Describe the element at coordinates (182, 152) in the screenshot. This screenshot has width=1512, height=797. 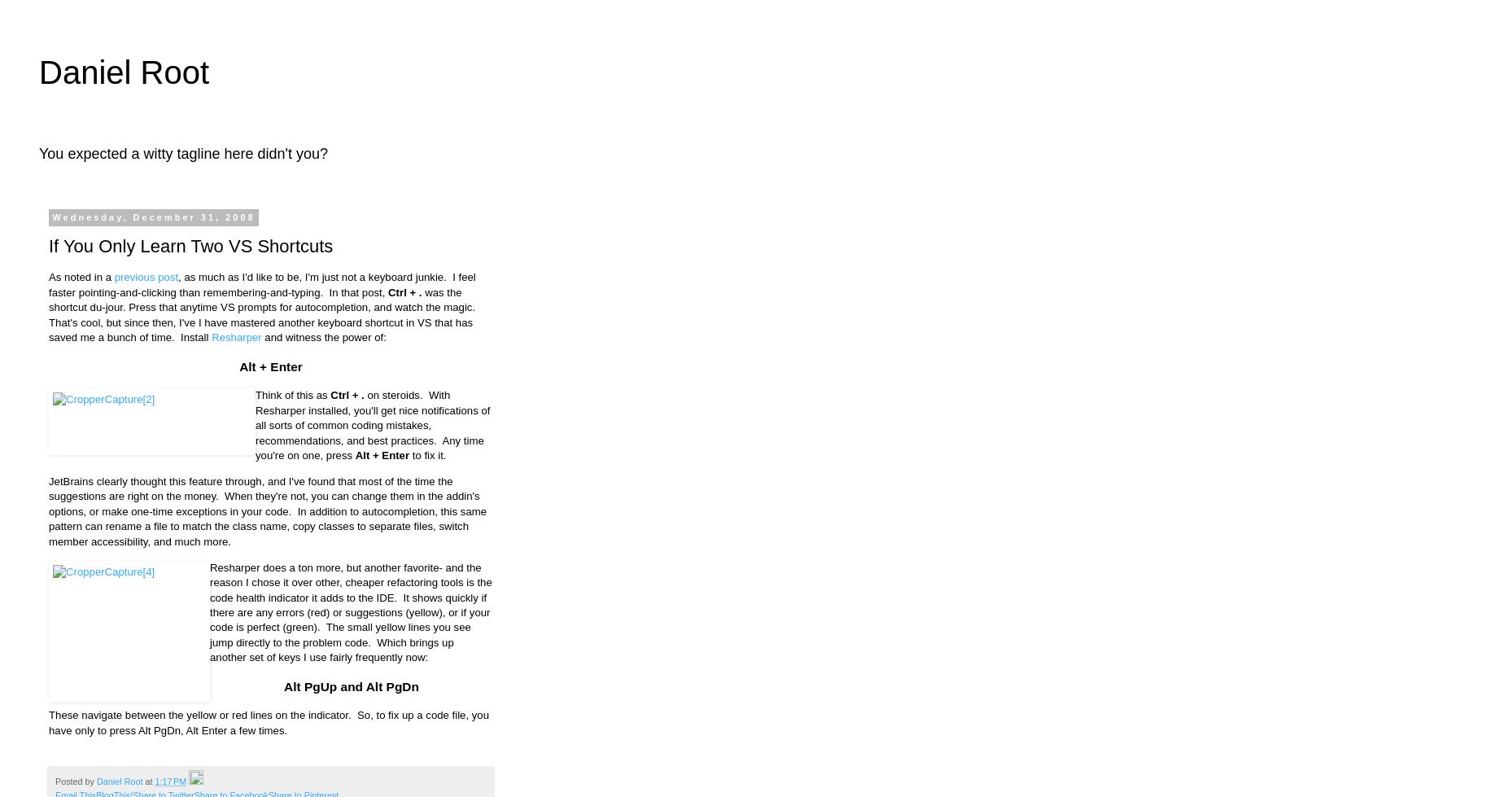
I see `'You expected a witty tagline here didn't you?'` at that location.